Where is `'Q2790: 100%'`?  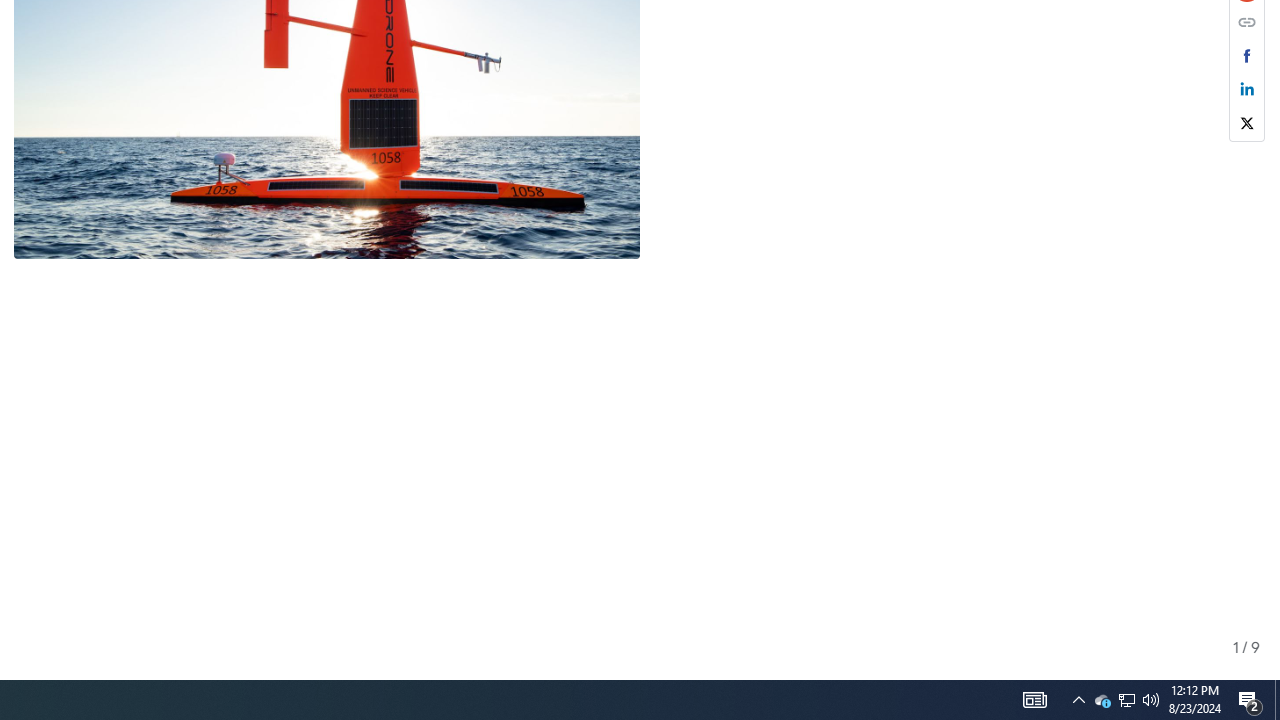
'Q2790: 100%' is located at coordinates (1101, 698).